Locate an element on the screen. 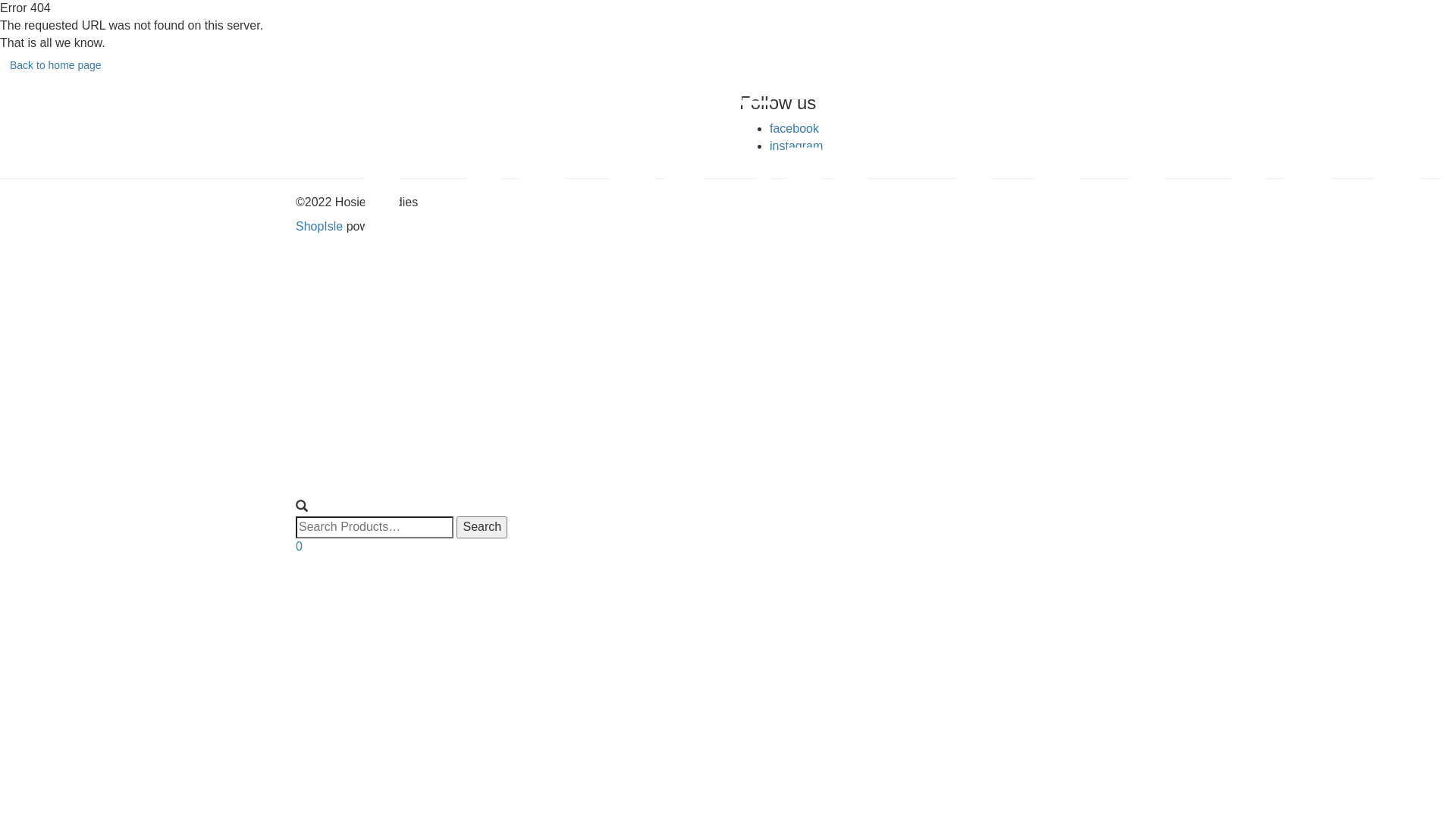 The image size is (1456, 819). 'ShopIsle' is located at coordinates (320, 226).